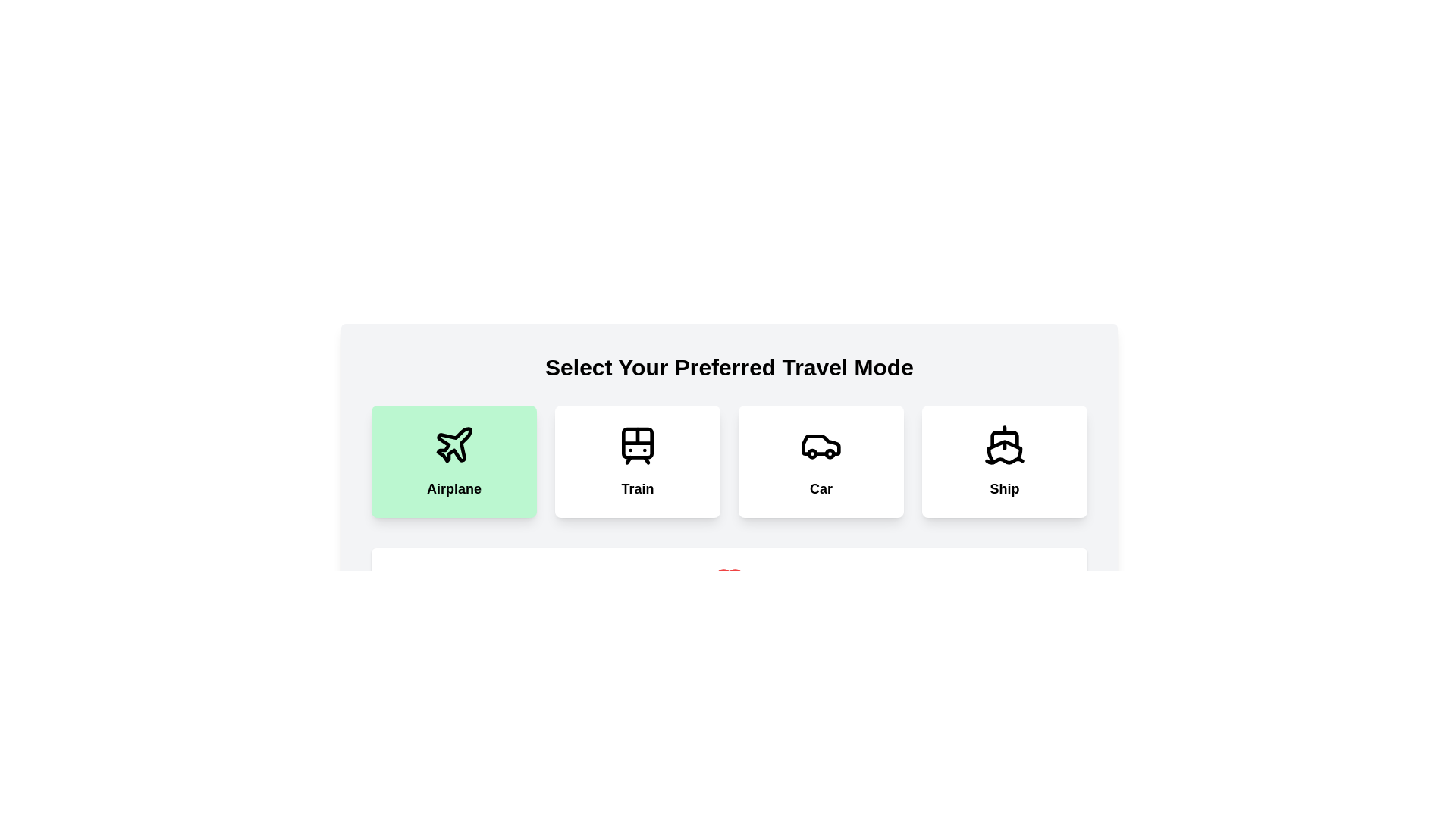  I want to click on the lower section of the ship icon, specifically the curved lines representing water or waves, which is the fourth option in the row of selectable travel mode icons, so click(1004, 460).